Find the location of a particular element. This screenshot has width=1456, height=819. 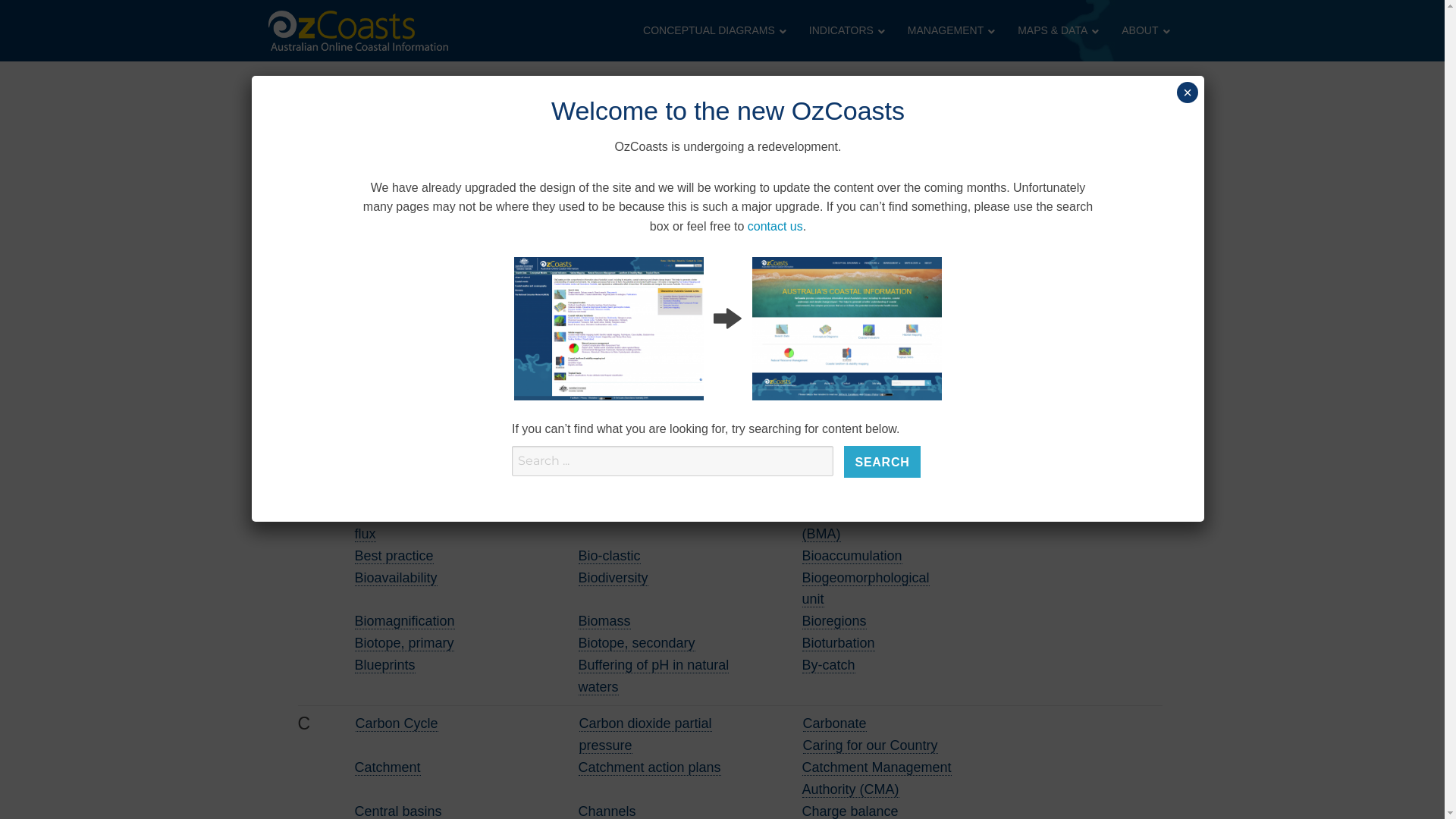

'Bioavailability' is located at coordinates (353, 578).